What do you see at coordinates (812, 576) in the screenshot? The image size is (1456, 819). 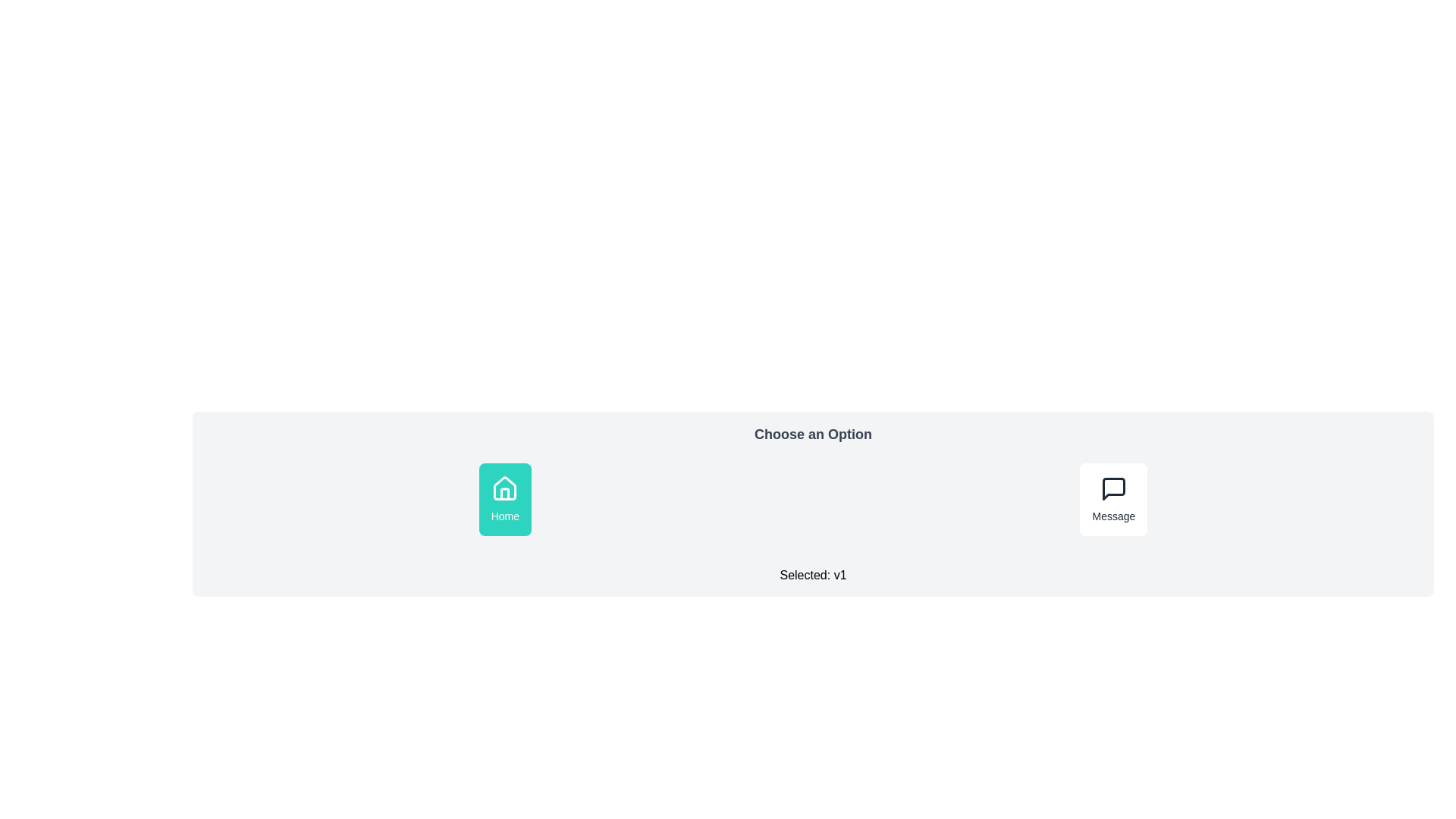 I see `the Static Text Display that reads 'Selected: v1', which is centered at the bottom of the UI layout` at bounding box center [812, 576].